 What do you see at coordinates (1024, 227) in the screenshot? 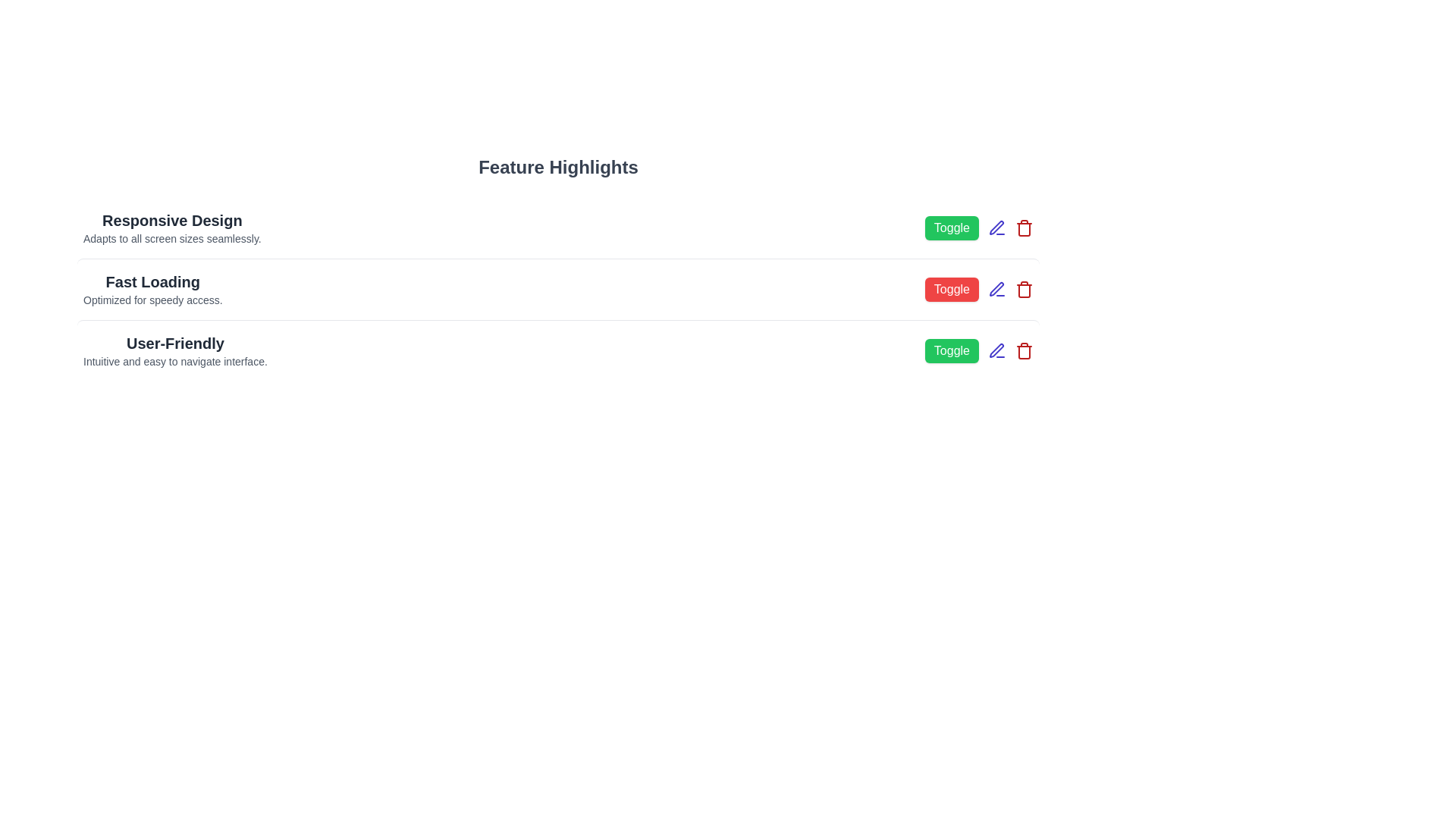
I see `the delete button for the feature 'Responsive Design'` at bounding box center [1024, 227].